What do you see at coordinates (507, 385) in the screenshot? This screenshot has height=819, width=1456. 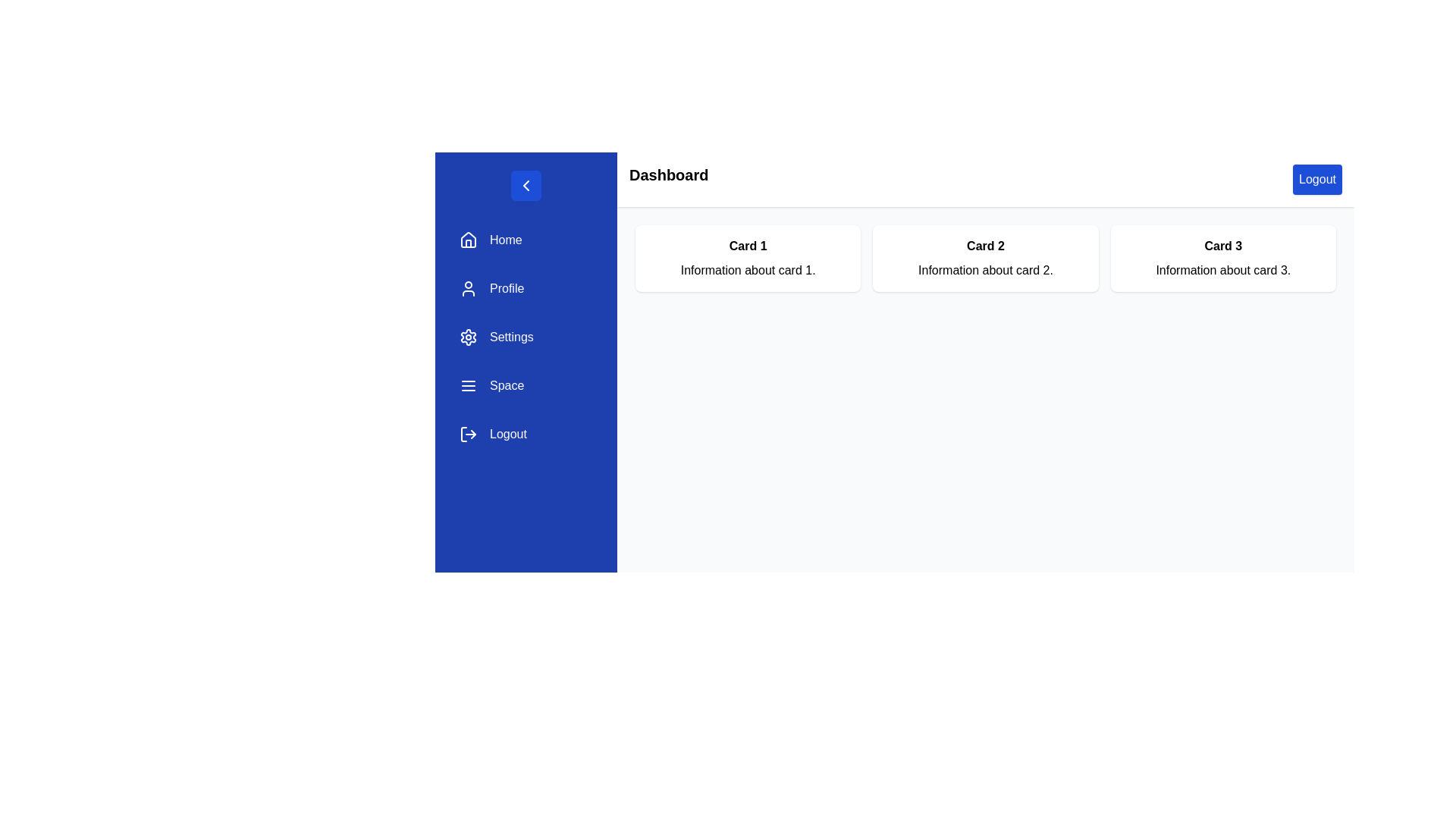 I see `the 'Space' text label, which is the fourth item in the left-hand sidebar menu` at bounding box center [507, 385].